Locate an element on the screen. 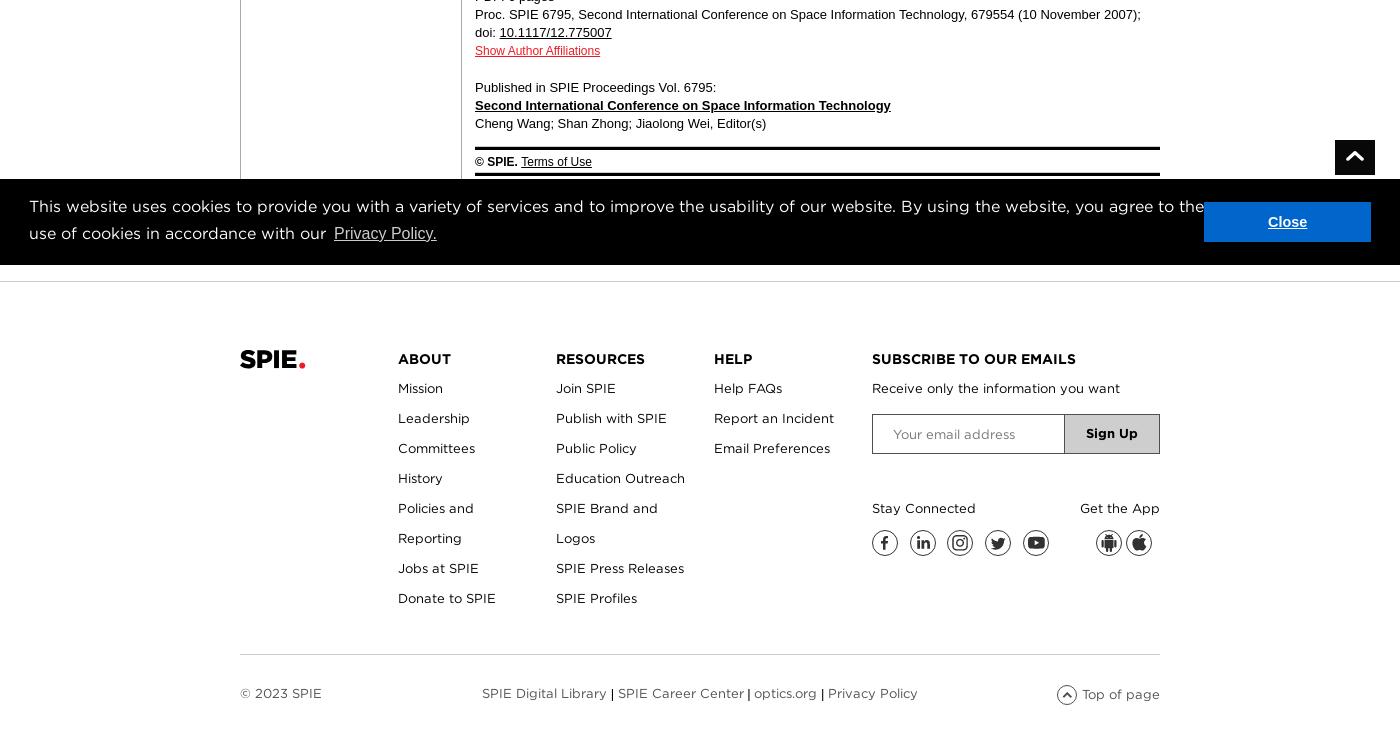  'Published in SPIE Proceedings Vol. 6795:' is located at coordinates (595, 86).